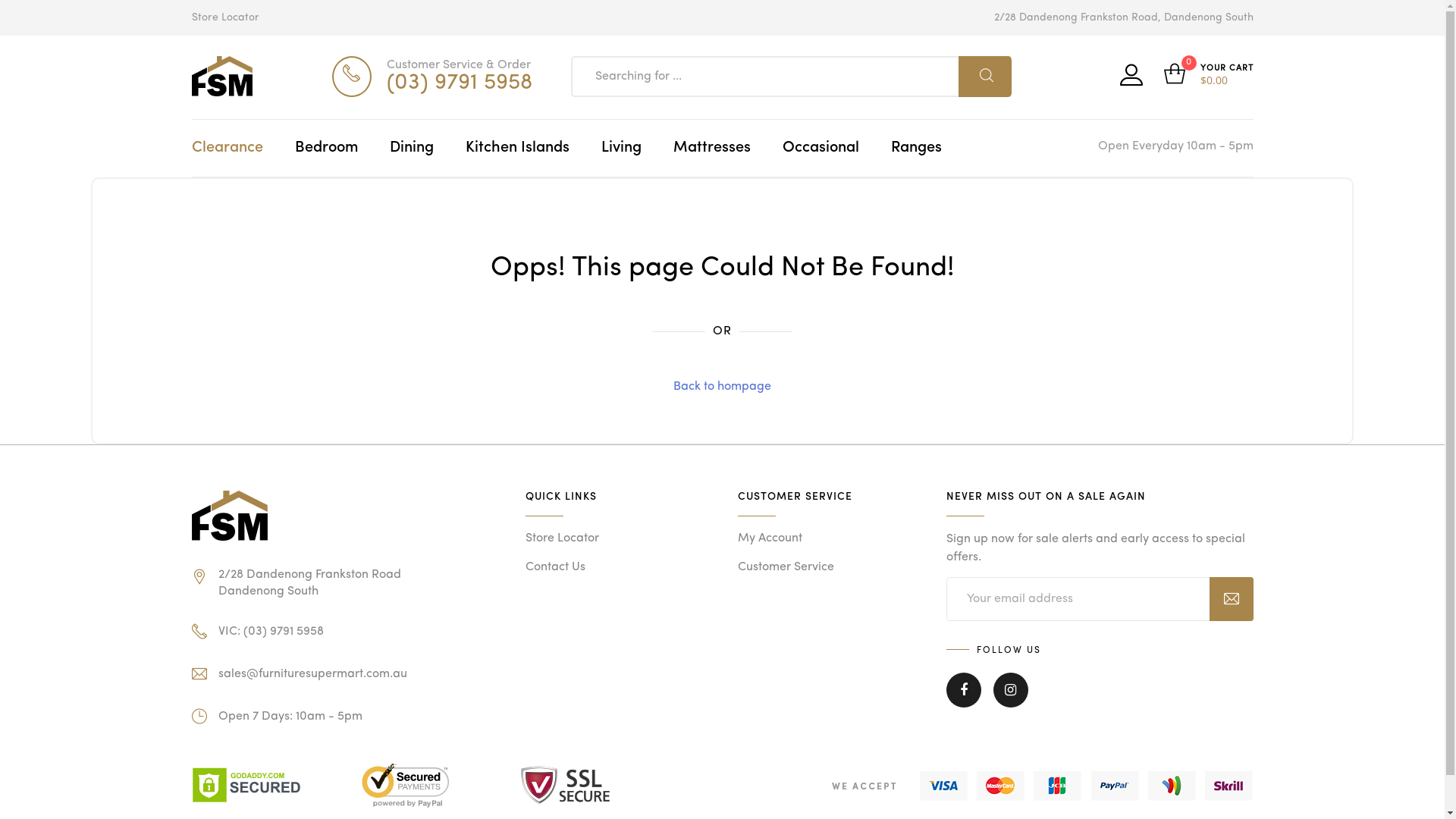 This screenshot has height=819, width=1456. Describe the element at coordinates (820, 148) in the screenshot. I see `'Occasional'` at that location.